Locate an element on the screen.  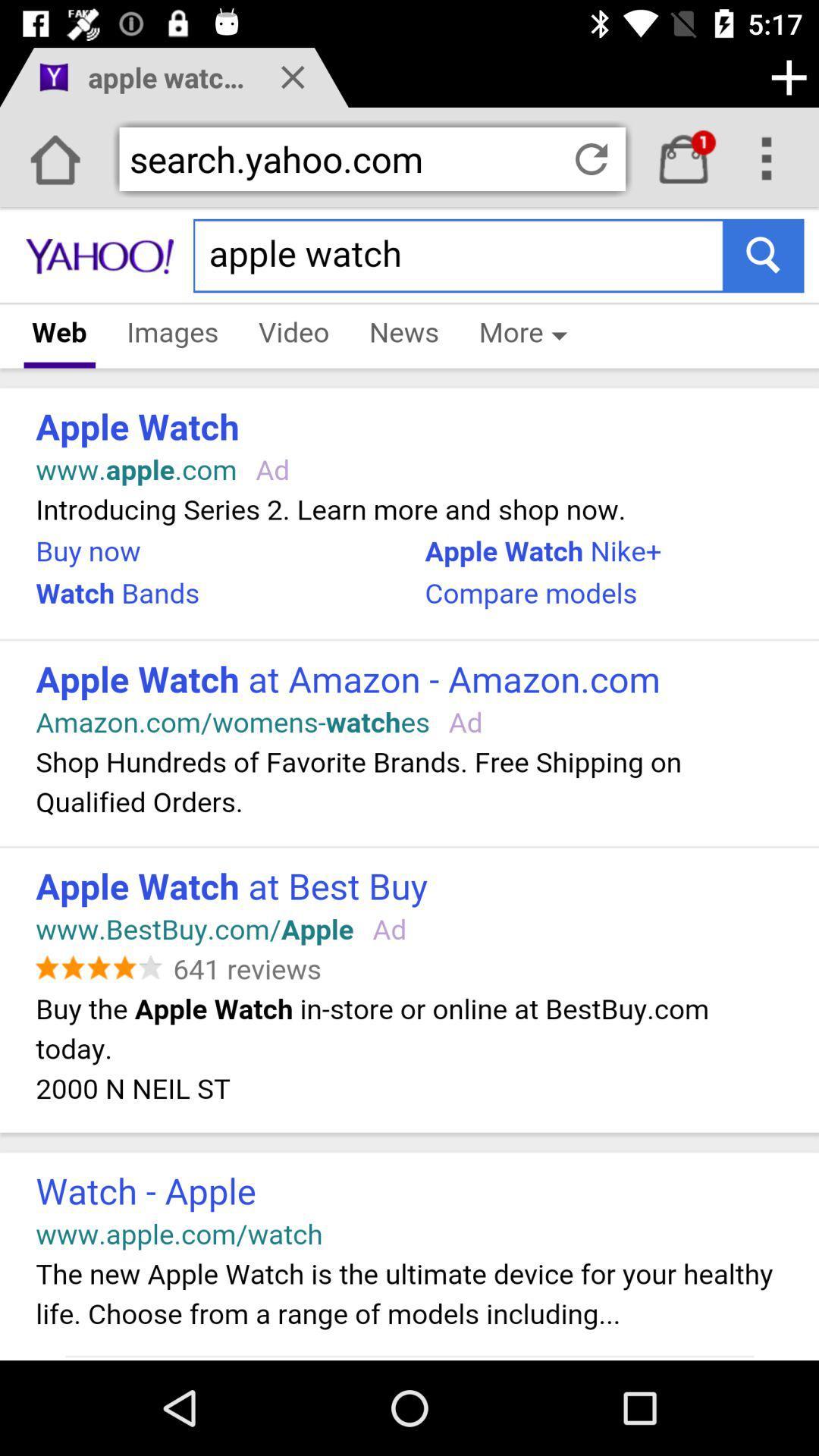
new tab is located at coordinates (788, 77).